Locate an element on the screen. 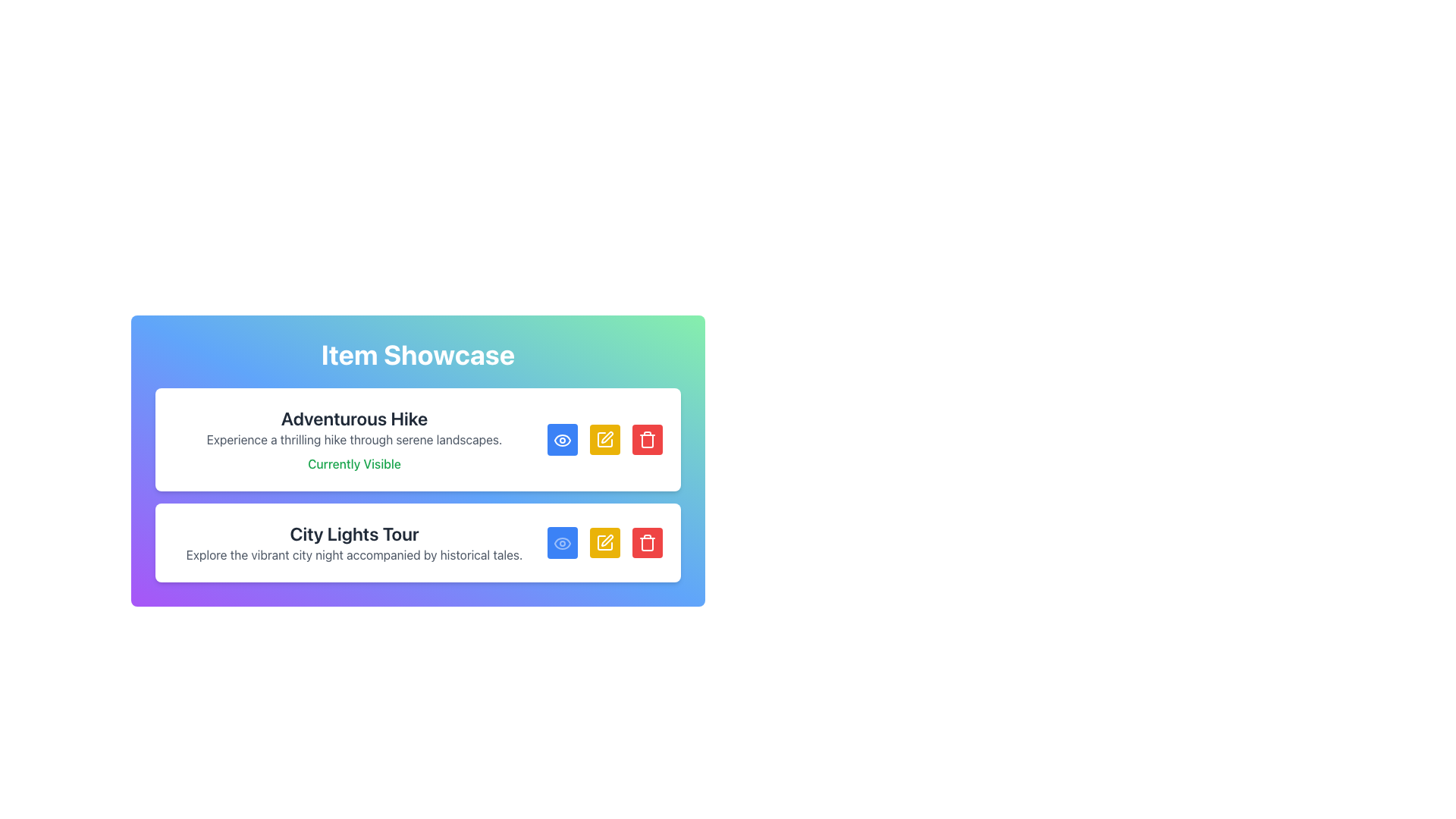 The width and height of the screenshot is (1456, 819). the eye icon located to the right of the 'City Lights Tour' descriptor panel is located at coordinates (562, 439).